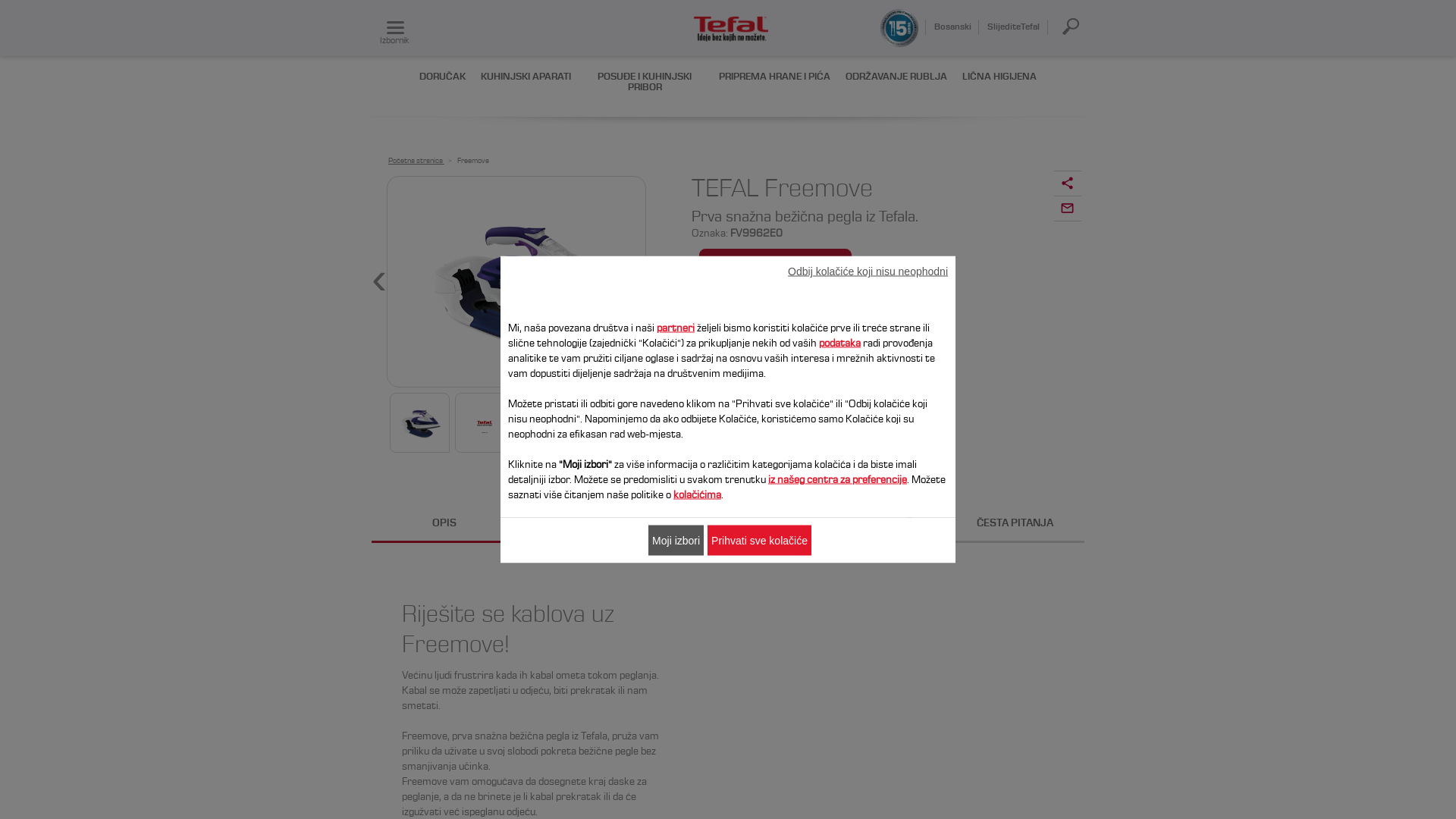 The width and height of the screenshot is (1456, 819). What do you see at coordinates (395, 28) in the screenshot?
I see `'Izbornik'` at bounding box center [395, 28].